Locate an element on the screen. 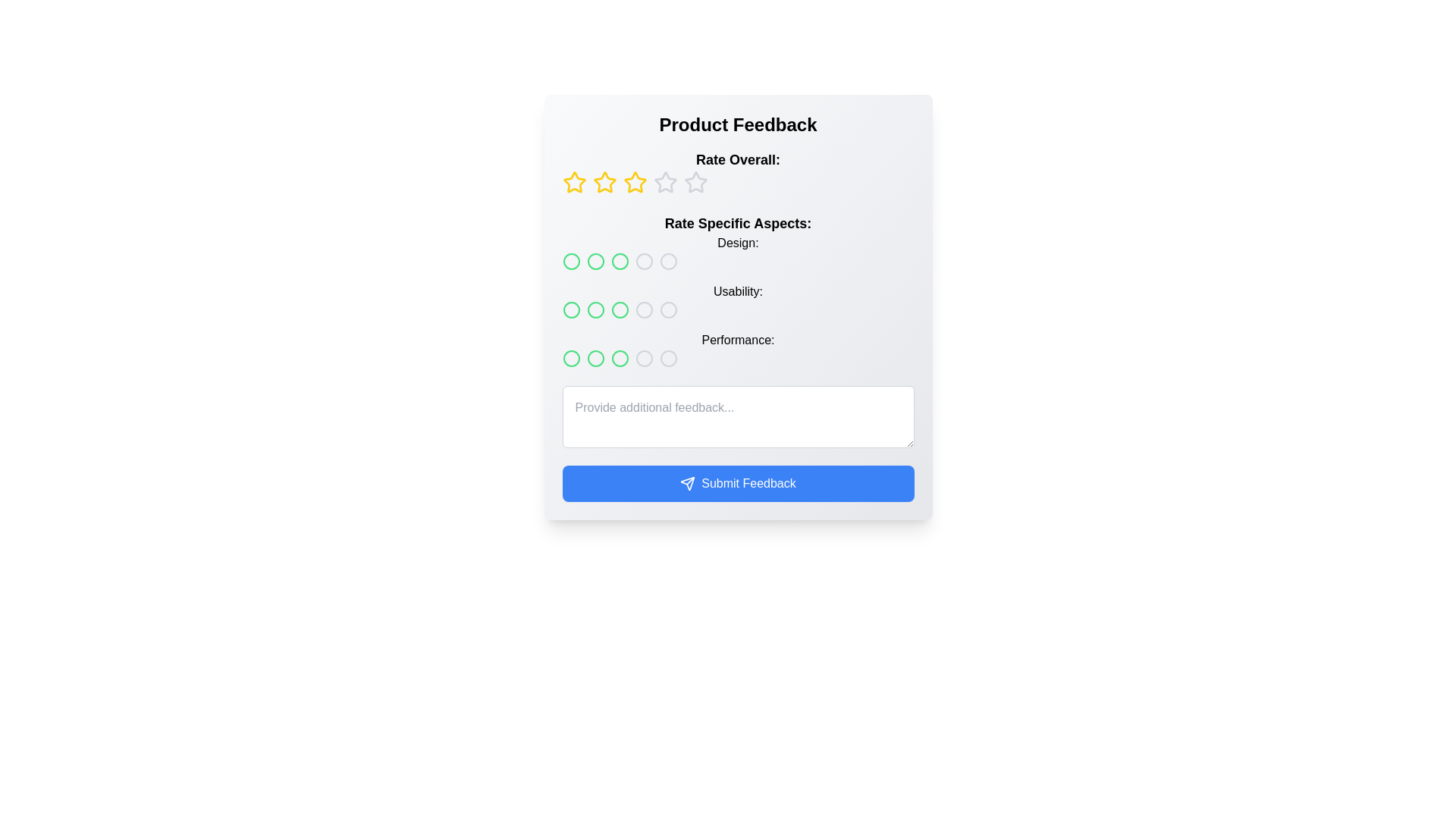 This screenshot has width=1456, height=819. the fourth hollow star icon outlined in gray to rate it, located under the 'Rate Overall:' label is located at coordinates (665, 181).